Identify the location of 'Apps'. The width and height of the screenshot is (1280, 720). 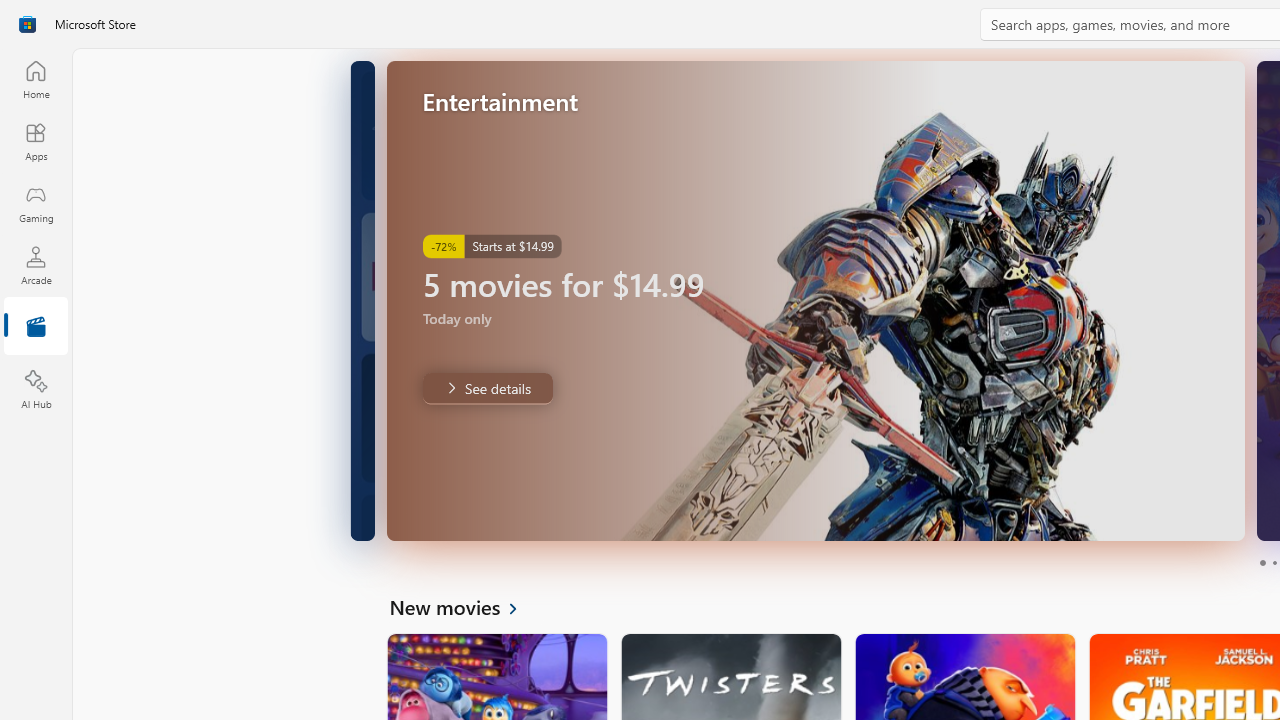
(35, 140).